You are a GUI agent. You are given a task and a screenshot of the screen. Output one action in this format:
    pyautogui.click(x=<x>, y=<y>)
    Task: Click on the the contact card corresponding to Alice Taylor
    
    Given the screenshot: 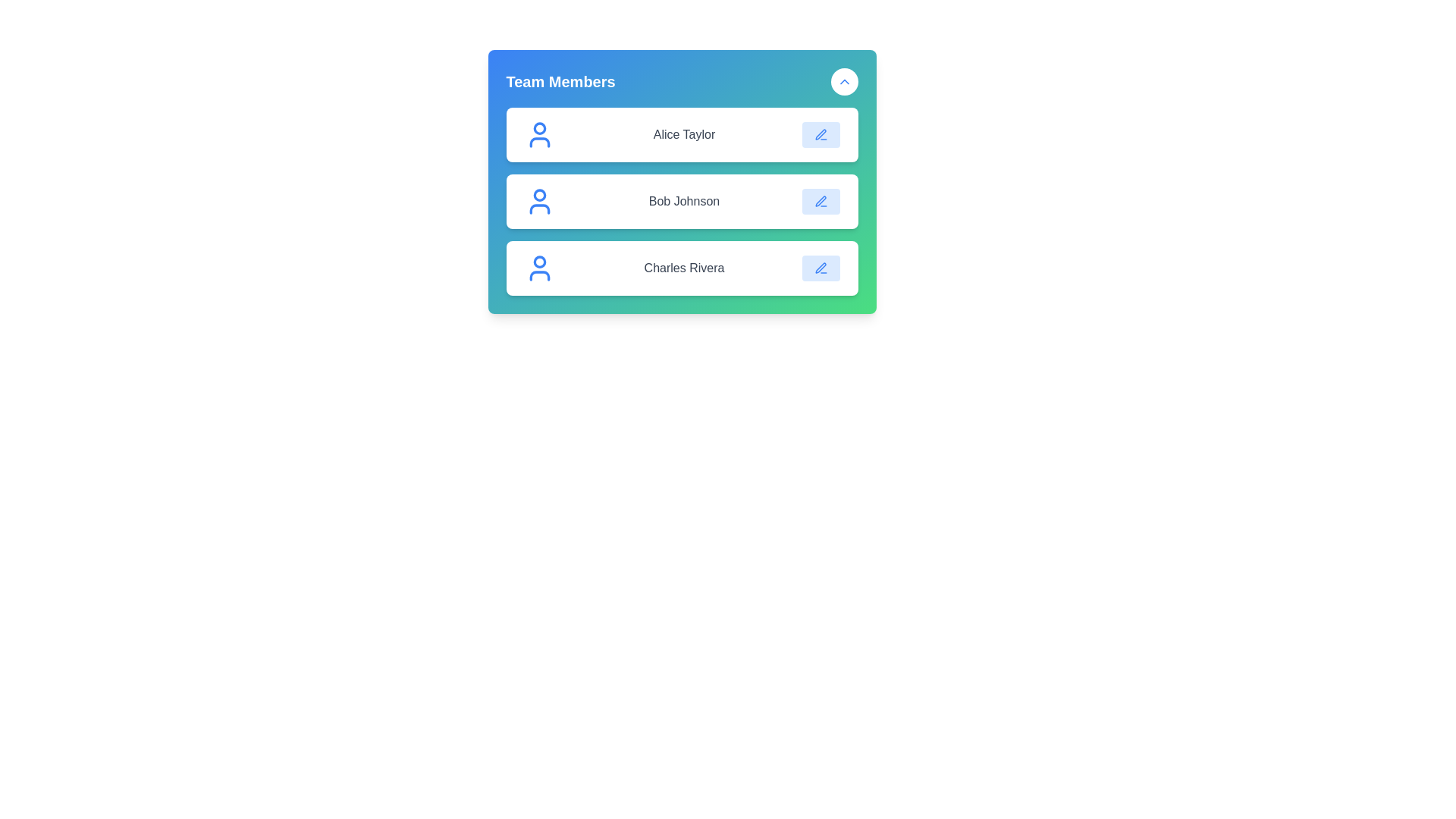 What is the action you would take?
    pyautogui.click(x=681, y=133)
    